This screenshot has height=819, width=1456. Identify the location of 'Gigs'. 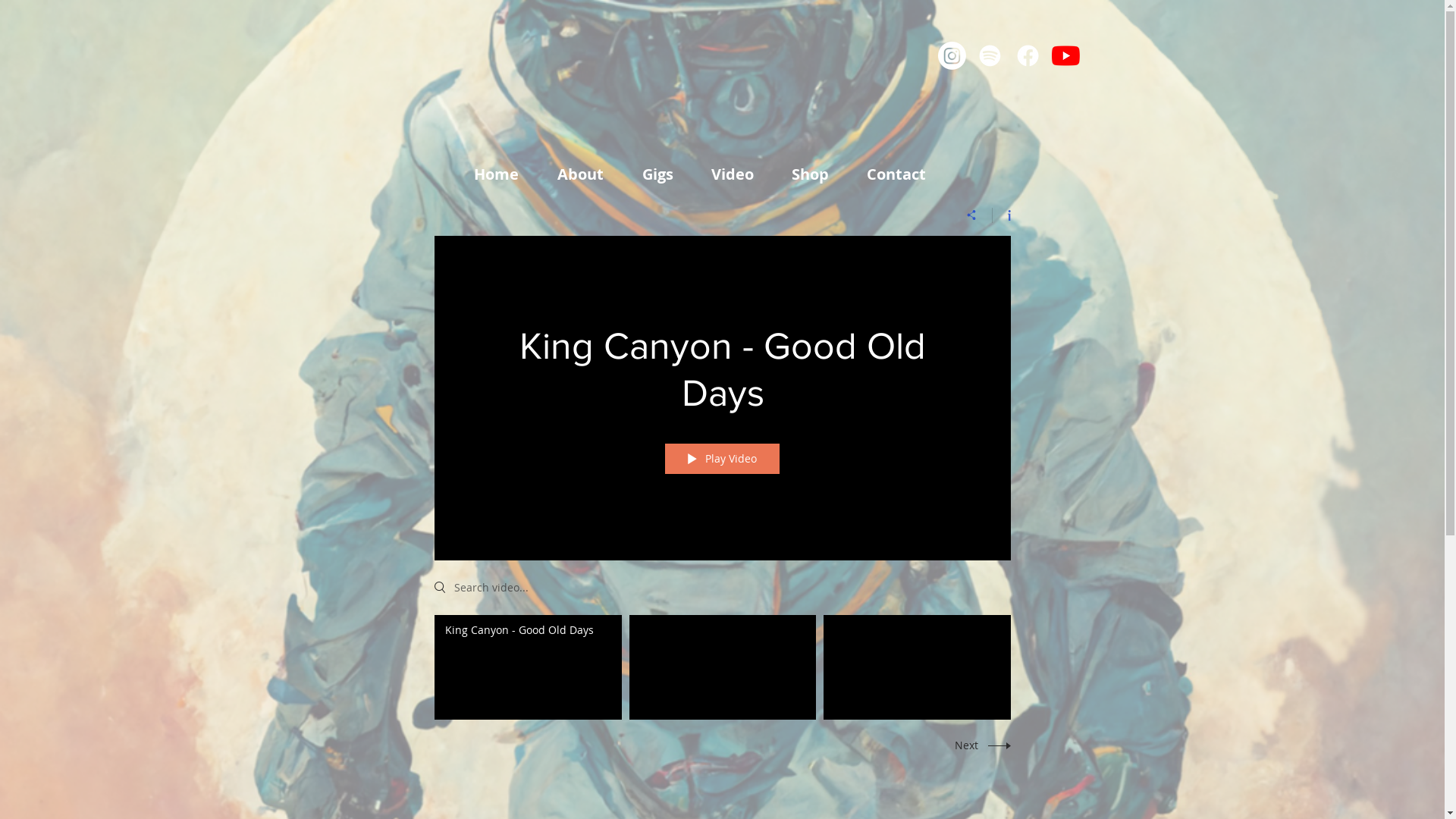
(665, 174).